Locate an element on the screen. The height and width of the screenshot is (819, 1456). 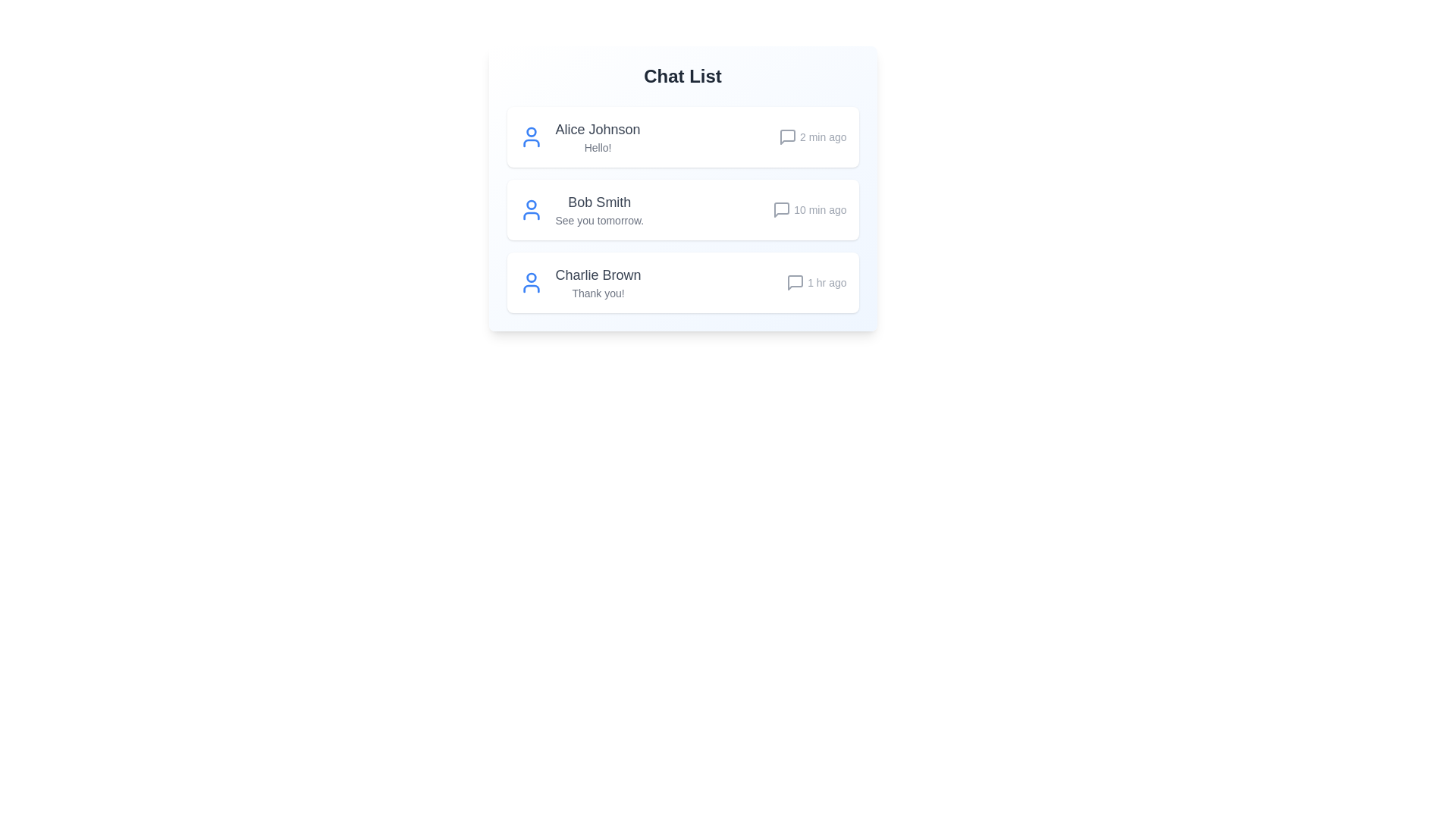
the user icon for Alice Johnson to inspect its functionality is located at coordinates (531, 137).